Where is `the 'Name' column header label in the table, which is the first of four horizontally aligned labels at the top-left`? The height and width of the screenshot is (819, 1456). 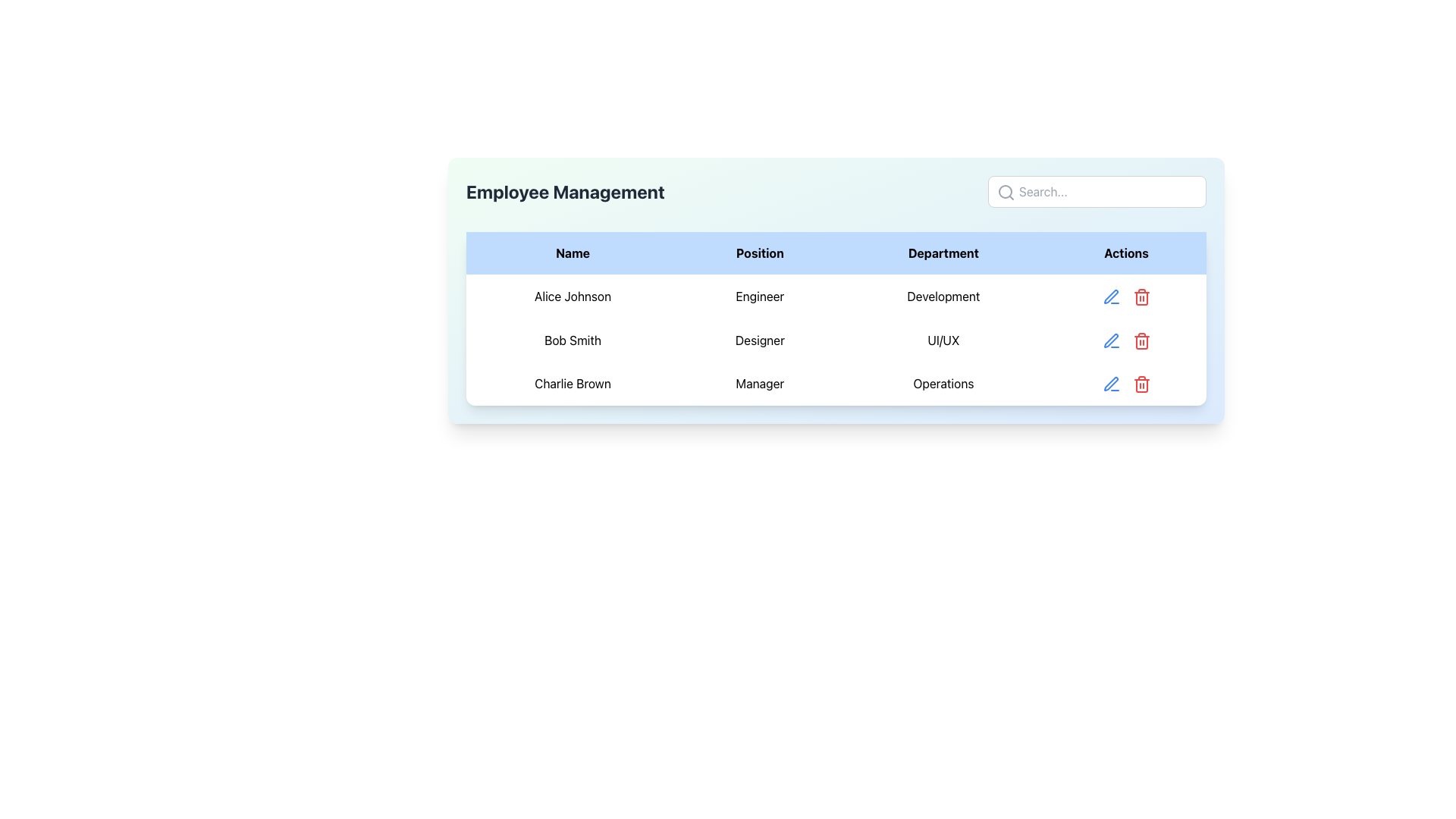
the 'Name' column header label in the table, which is the first of four horizontally aligned labels at the top-left is located at coordinates (572, 253).